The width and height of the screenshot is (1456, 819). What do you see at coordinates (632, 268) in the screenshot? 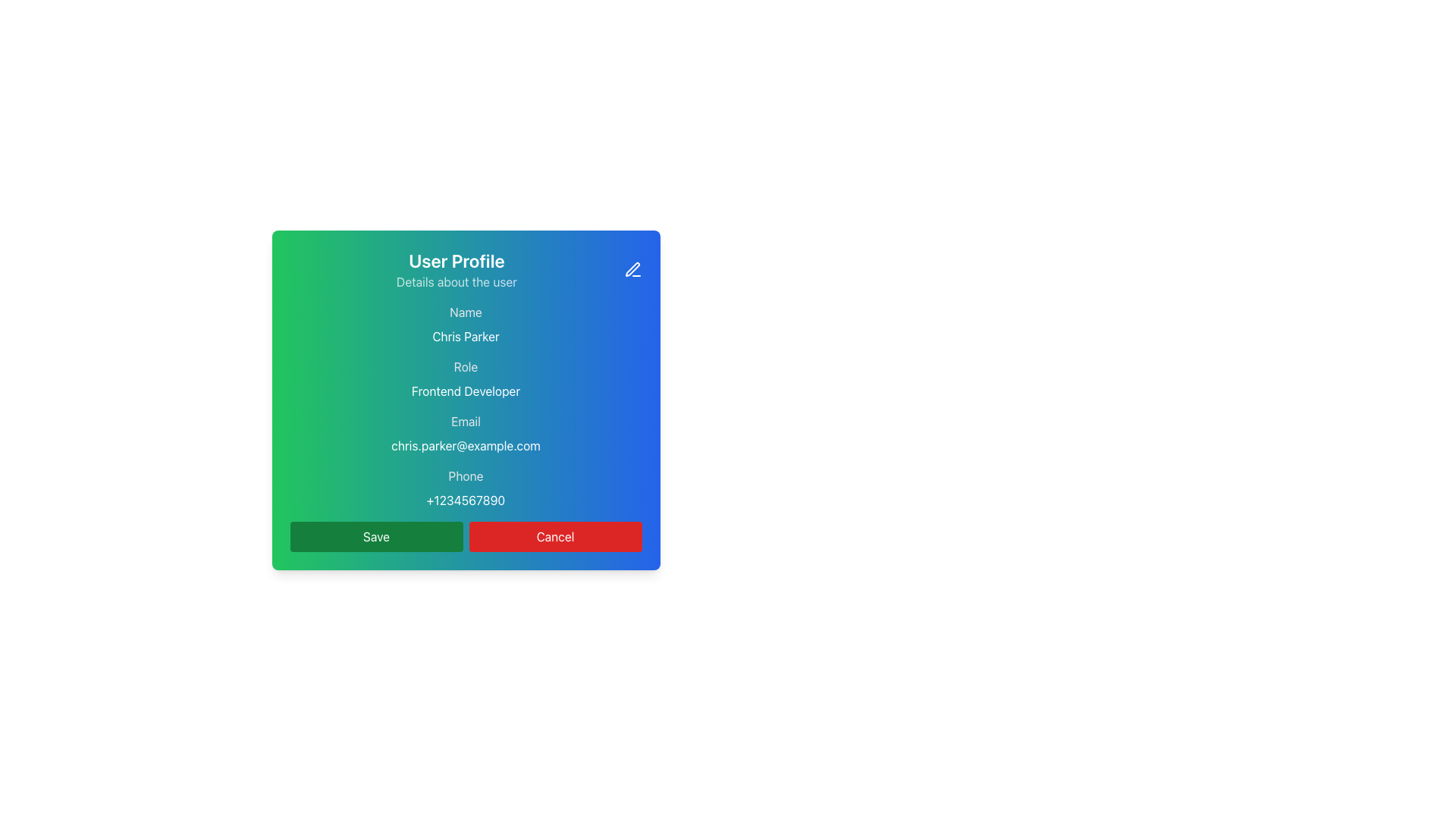
I see `the edit icon (Pen) located in the top-right corner of the User Profile panel` at bounding box center [632, 268].